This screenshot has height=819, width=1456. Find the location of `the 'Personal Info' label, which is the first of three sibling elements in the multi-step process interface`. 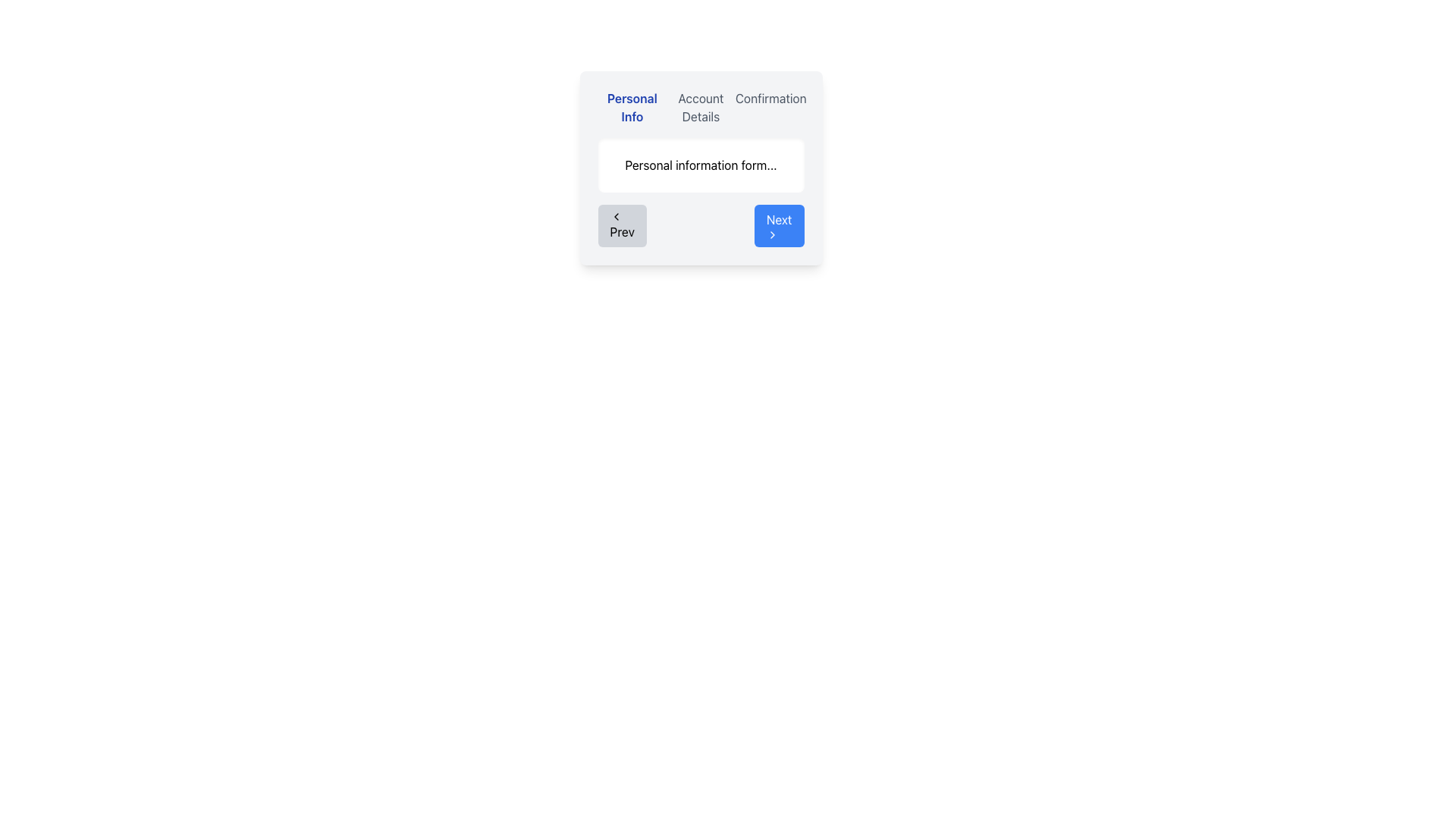

the 'Personal Info' label, which is the first of three sibling elements in the multi-step process interface is located at coordinates (632, 107).